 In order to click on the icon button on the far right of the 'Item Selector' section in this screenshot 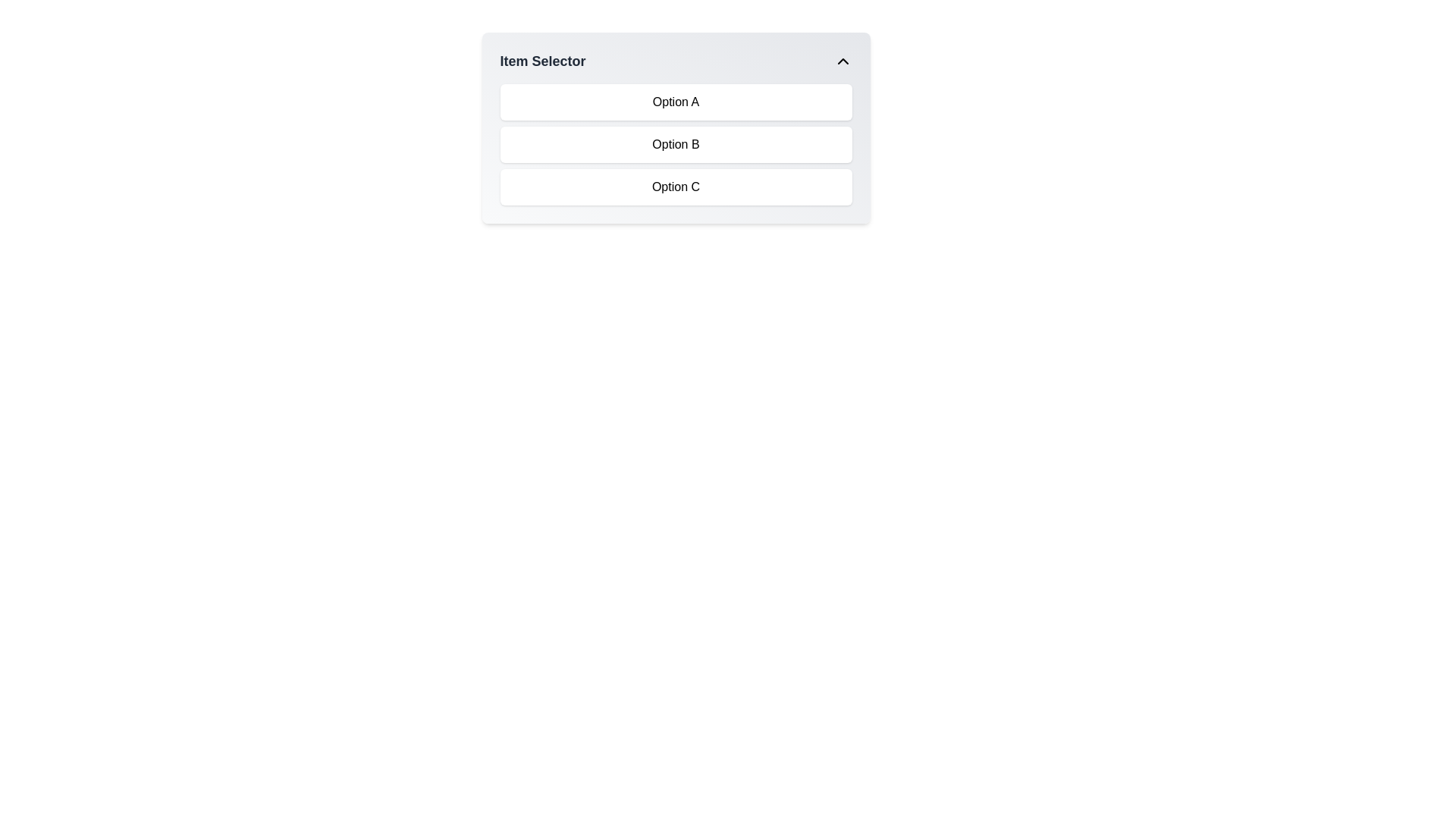, I will do `click(842, 61)`.